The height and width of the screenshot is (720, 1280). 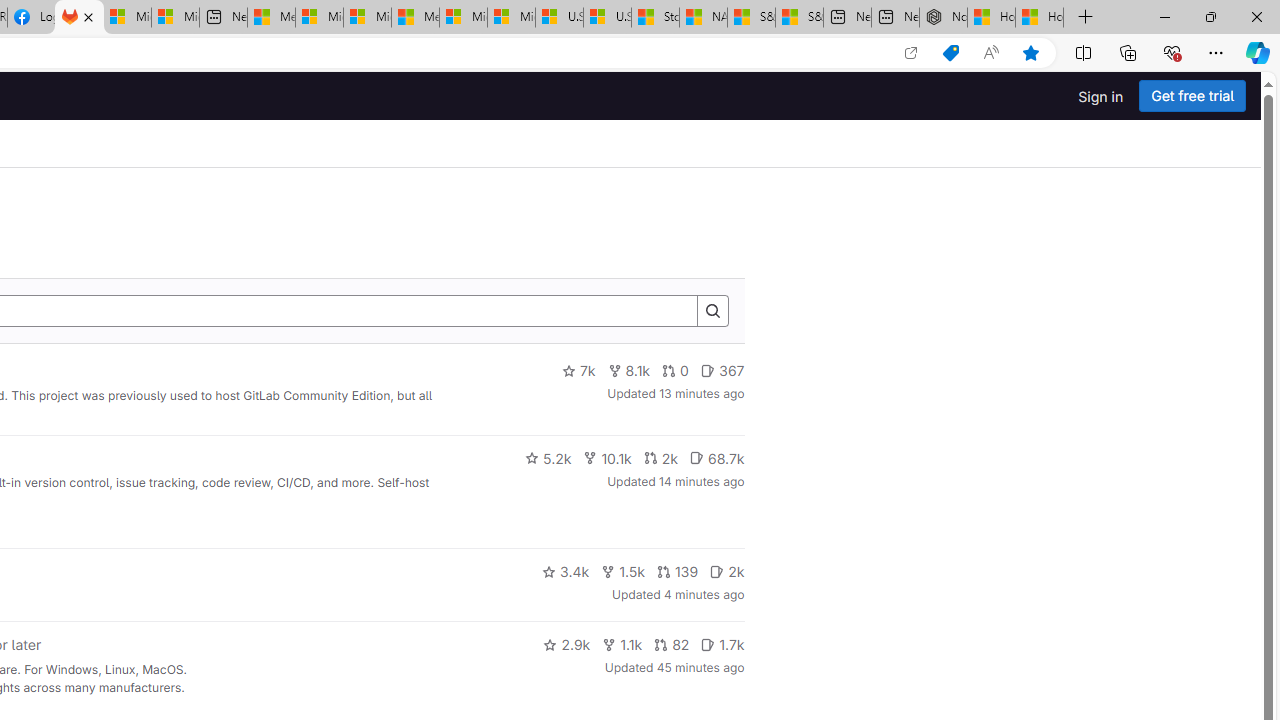 I want to click on '2.9k', so click(x=566, y=645).